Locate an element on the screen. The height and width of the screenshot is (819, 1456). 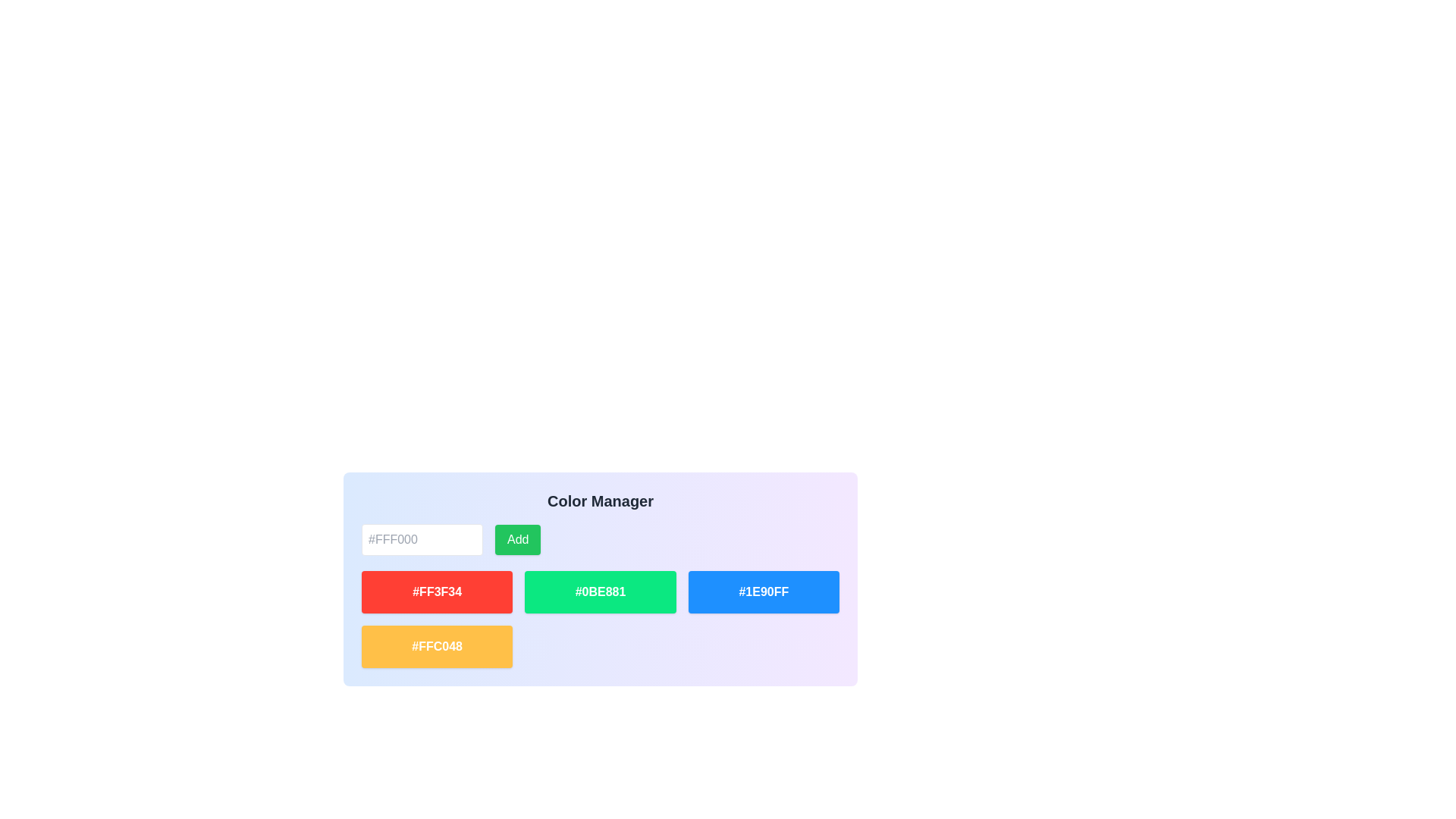
the text label that represents a color code, located in the bottom-left corner of the grid beneath the red element labeled '#FF3F34' is located at coordinates (436, 646).